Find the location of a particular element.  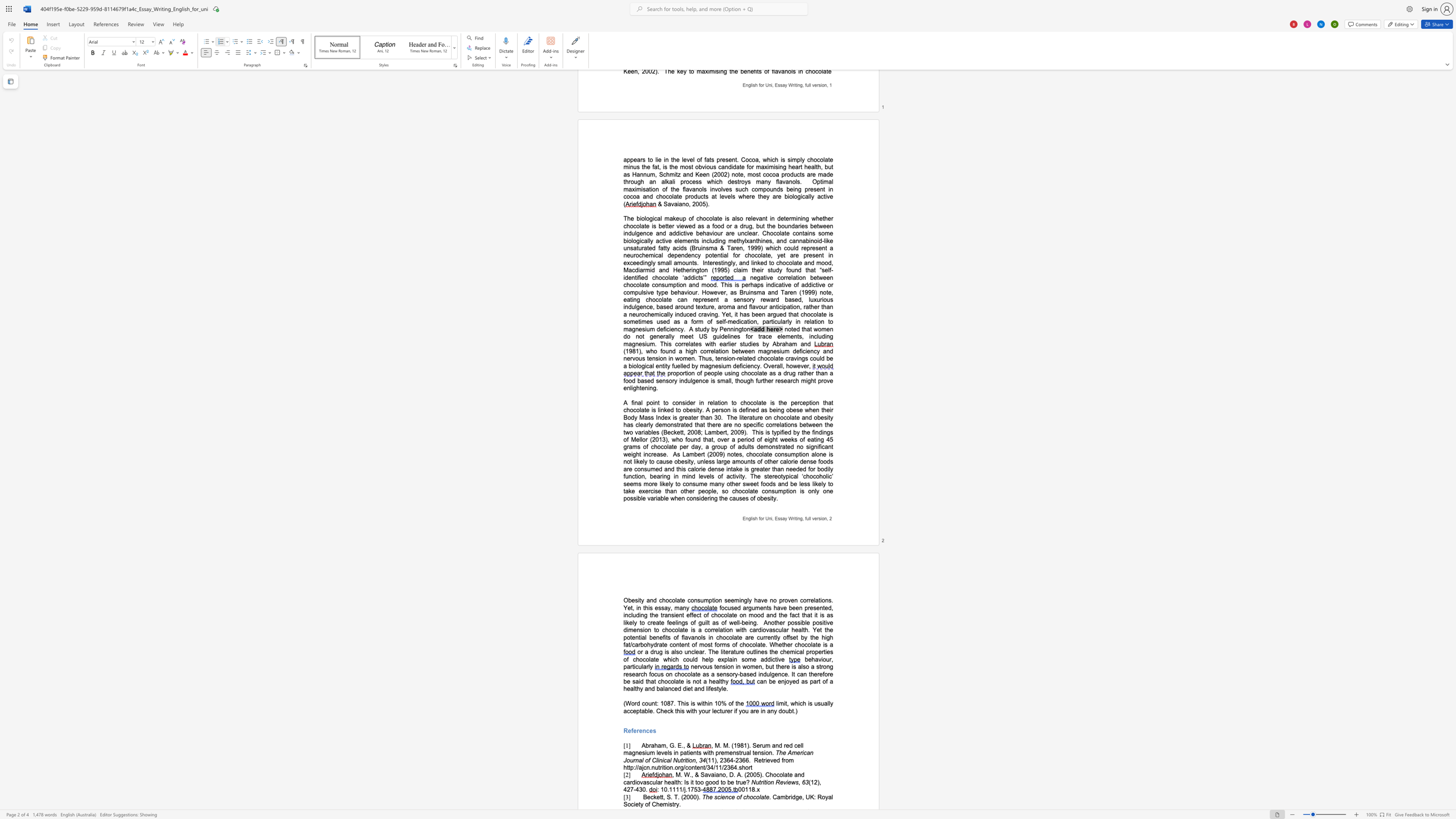

the 1th character "s" in the text is located at coordinates (796, 782).